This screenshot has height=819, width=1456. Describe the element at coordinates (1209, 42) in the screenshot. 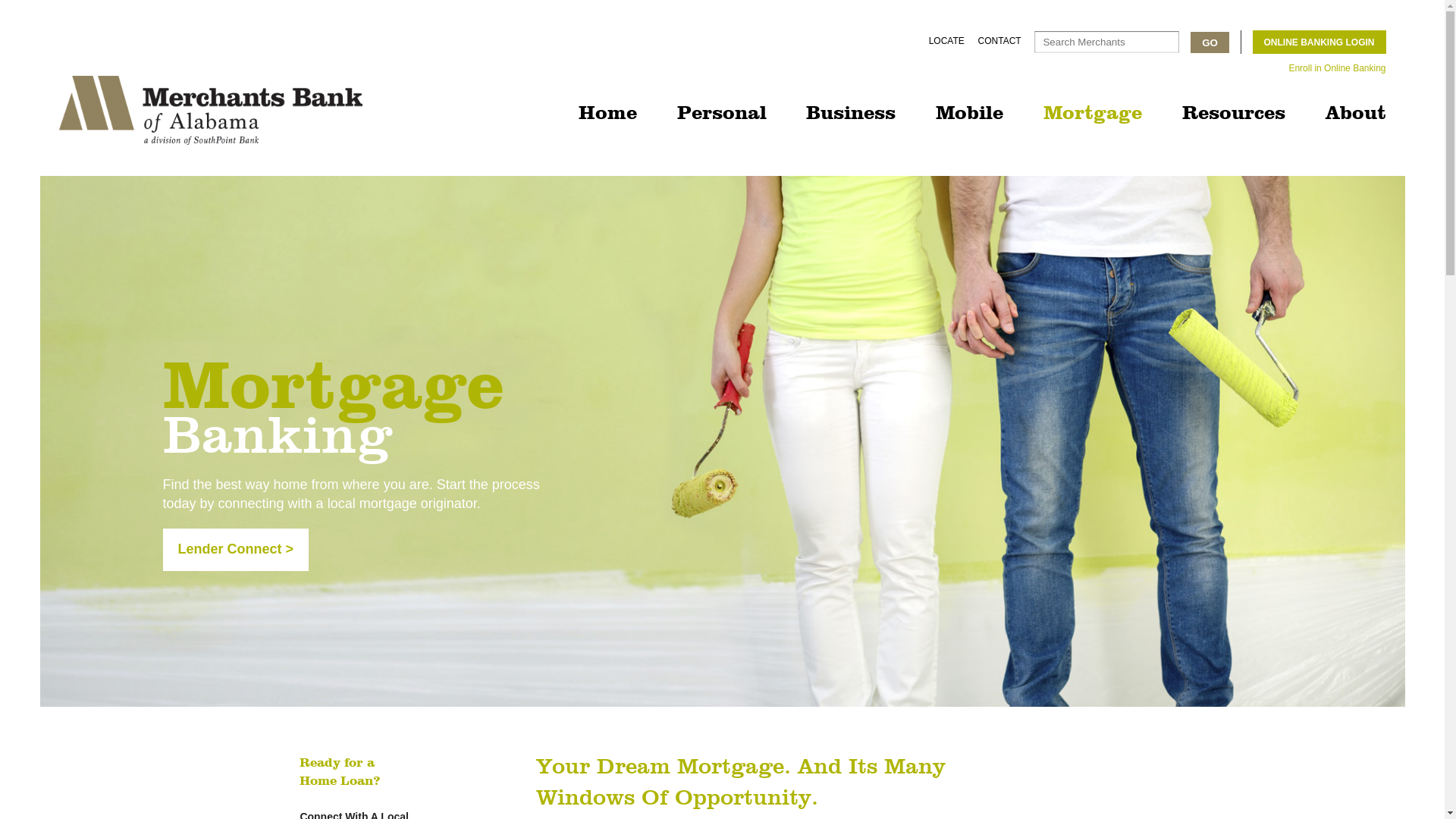

I see `'GO'` at that location.